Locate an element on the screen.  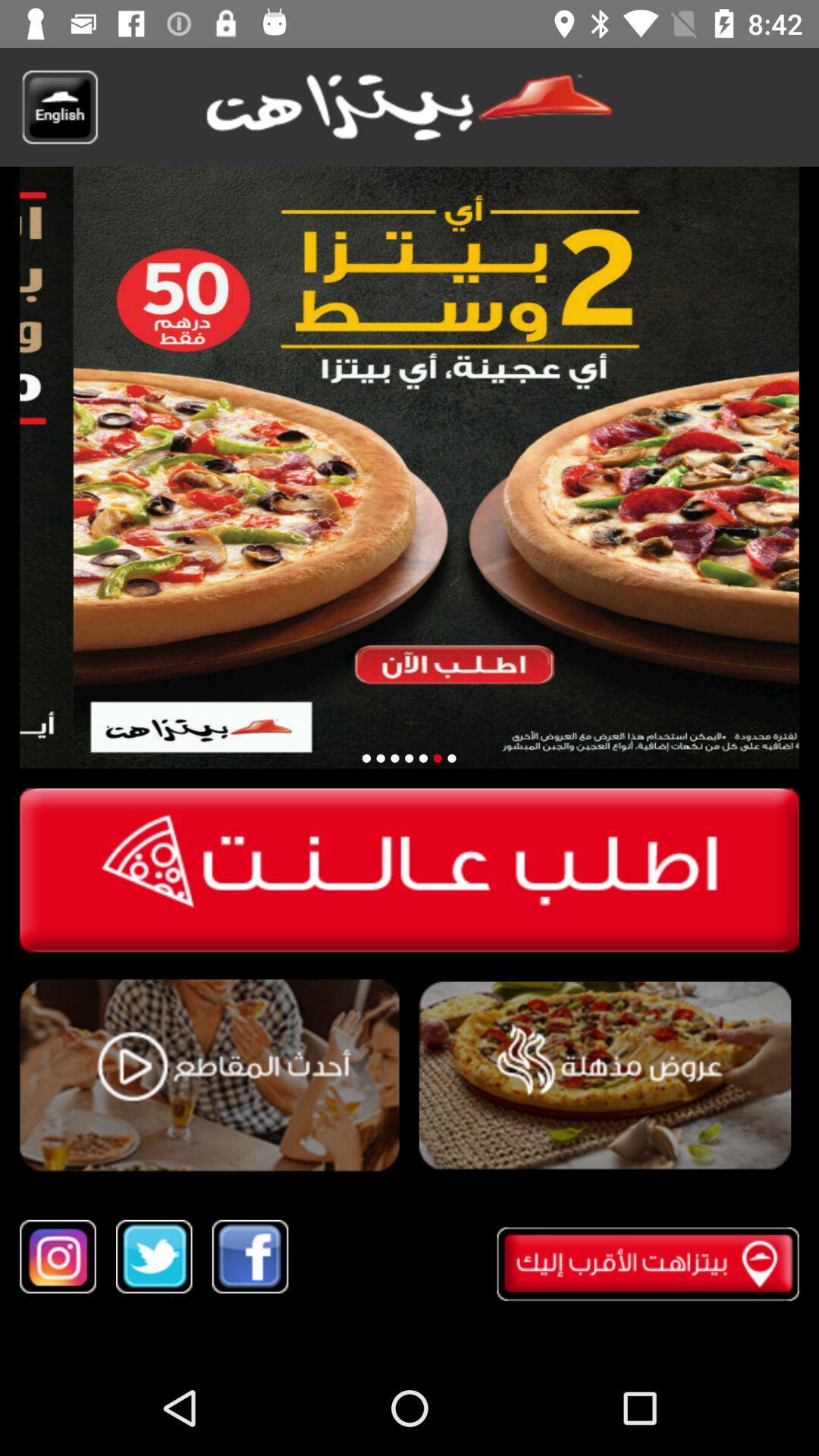
share on twitter is located at coordinates (154, 1257).